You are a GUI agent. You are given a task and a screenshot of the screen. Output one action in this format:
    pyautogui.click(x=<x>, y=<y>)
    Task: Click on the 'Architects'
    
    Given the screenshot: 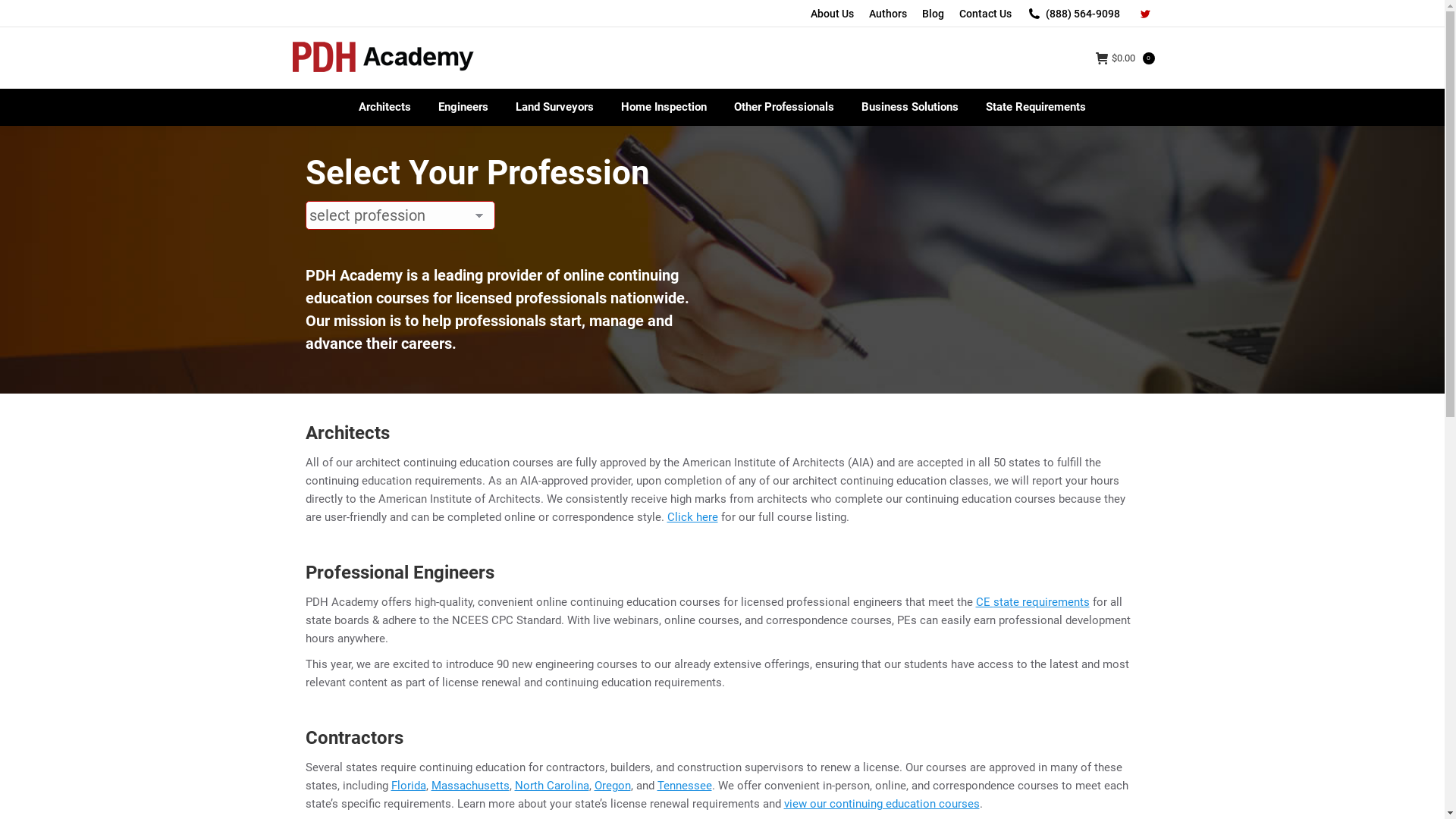 What is the action you would take?
    pyautogui.click(x=384, y=106)
    